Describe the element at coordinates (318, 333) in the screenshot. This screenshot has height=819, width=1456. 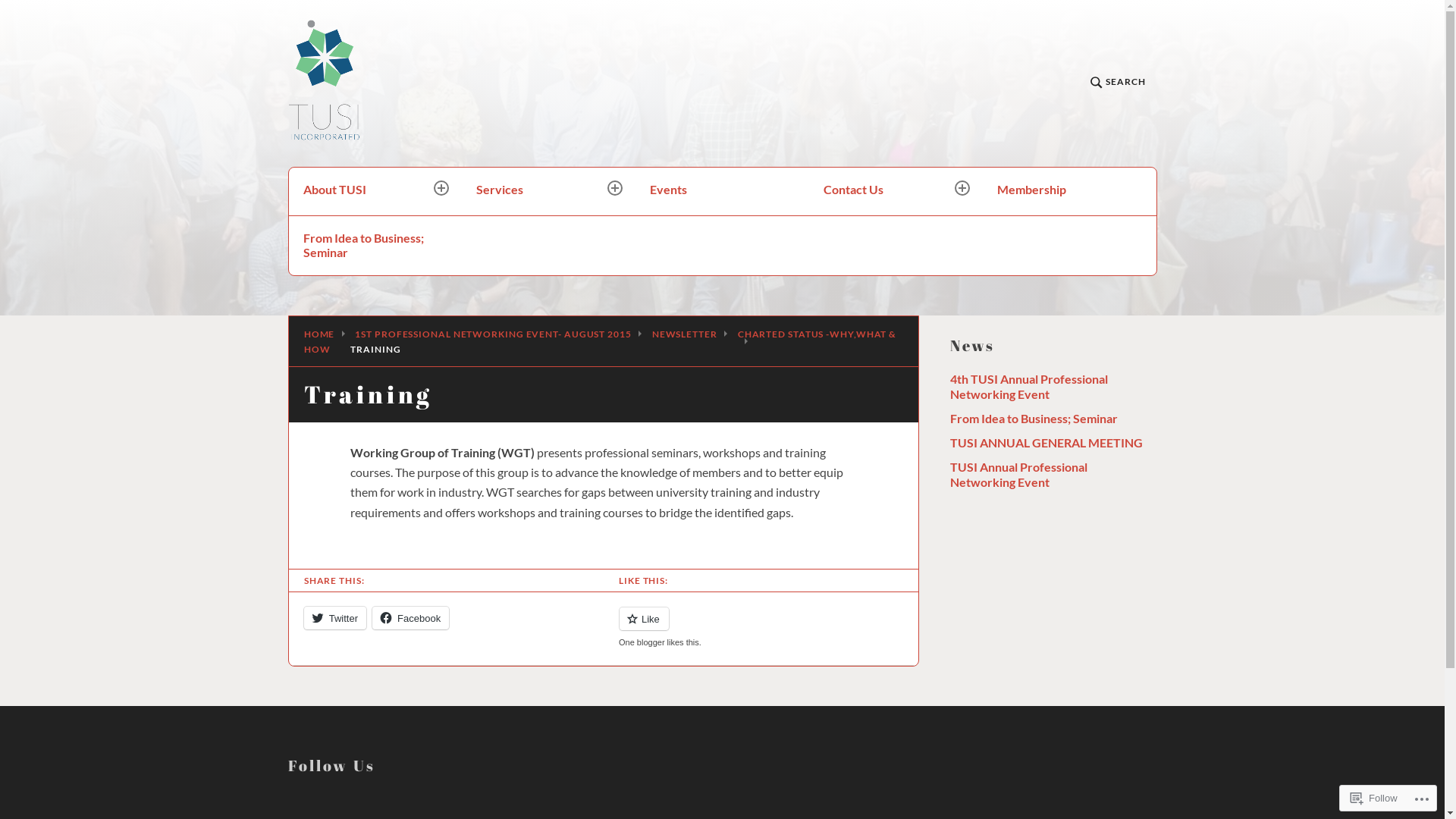
I see `'HOME'` at that location.